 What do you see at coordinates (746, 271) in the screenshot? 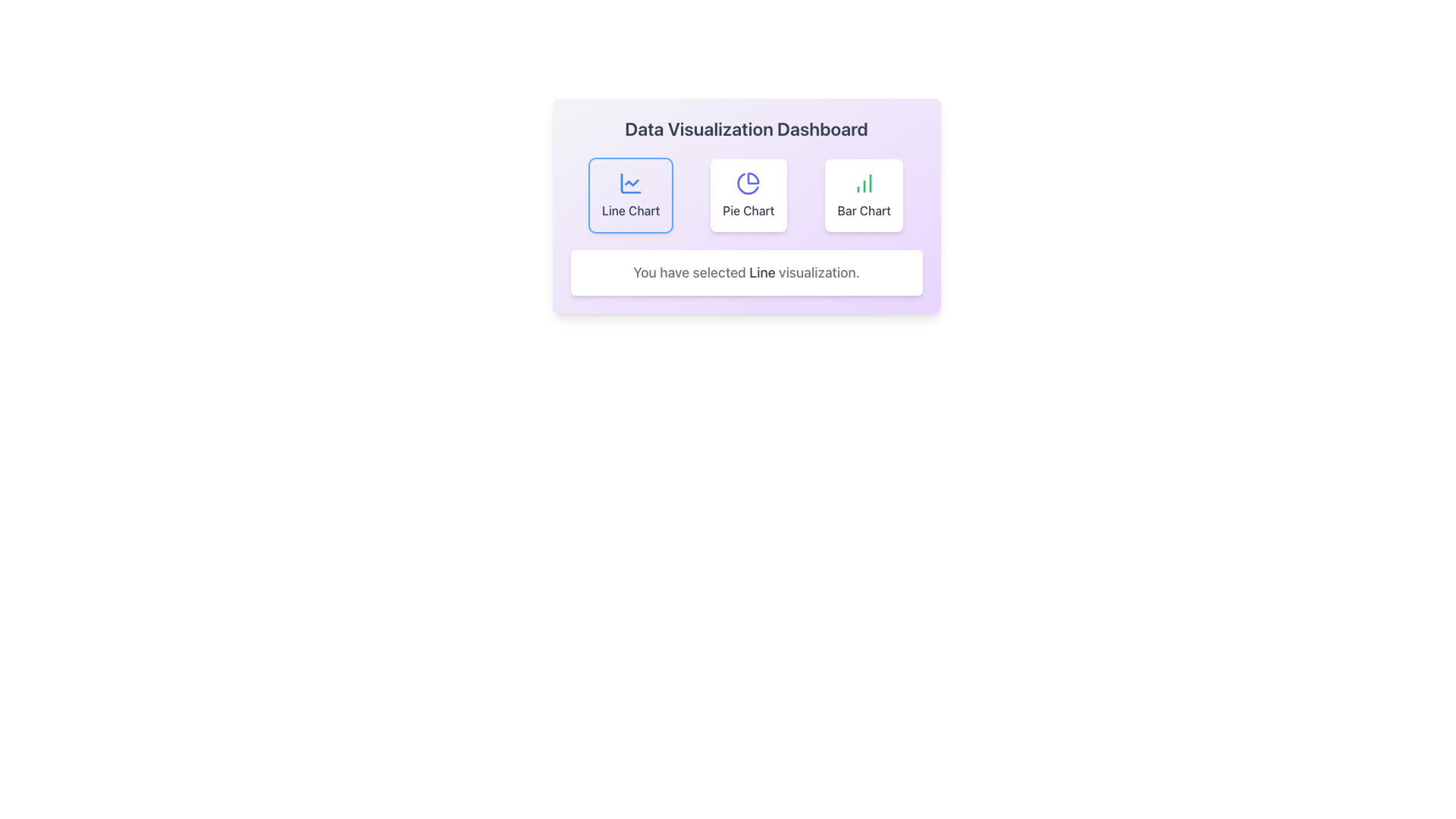
I see `text displayed in the white box with rounded corners that contains the message 'You have selected Line visualization.' This box is located beneath the chart selection buttons within the 'Data Visualization Dashboard'` at bounding box center [746, 271].